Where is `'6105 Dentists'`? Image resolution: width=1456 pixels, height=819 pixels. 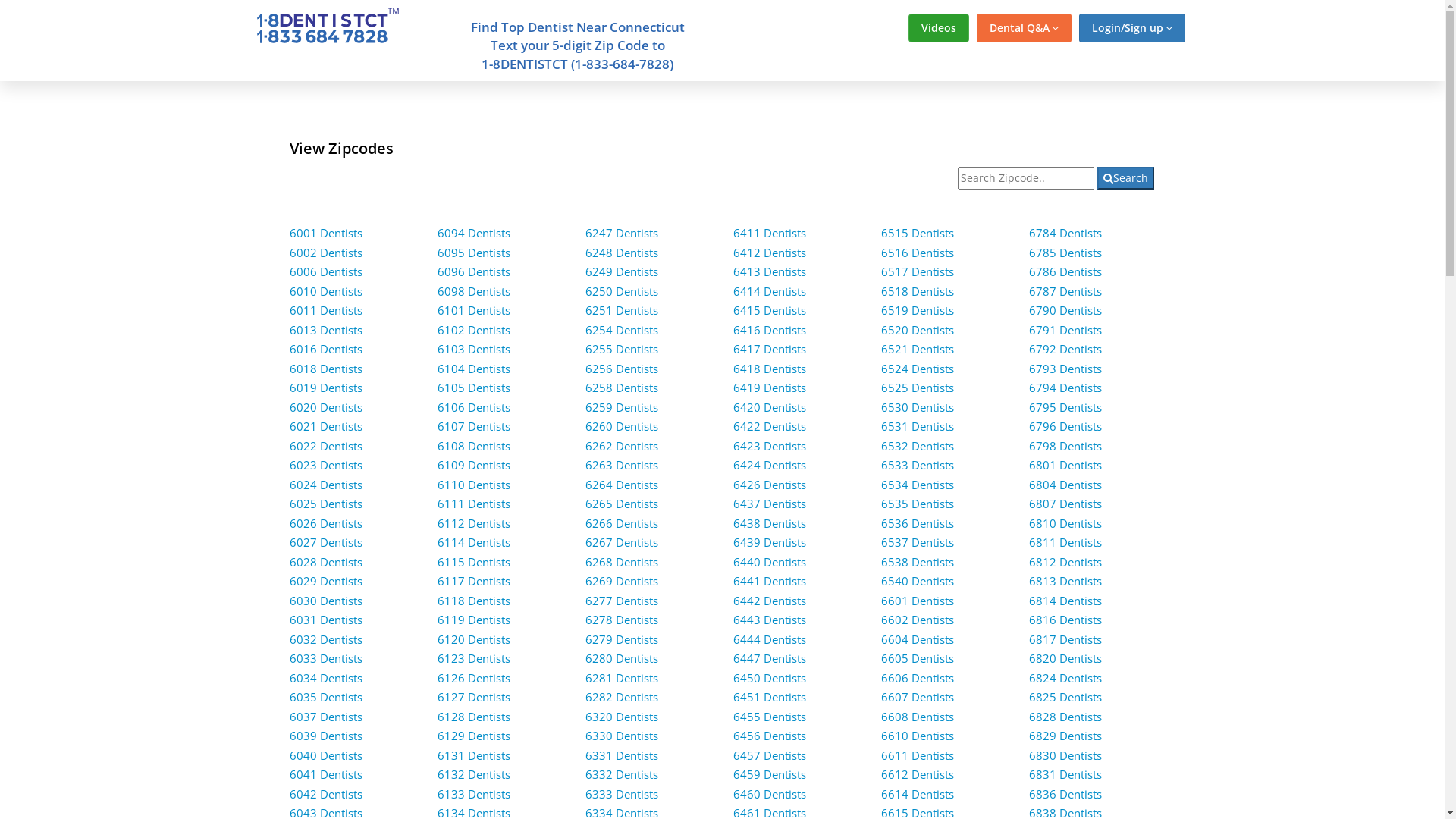
'6105 Dentists' is located at coordinates (472, 386).